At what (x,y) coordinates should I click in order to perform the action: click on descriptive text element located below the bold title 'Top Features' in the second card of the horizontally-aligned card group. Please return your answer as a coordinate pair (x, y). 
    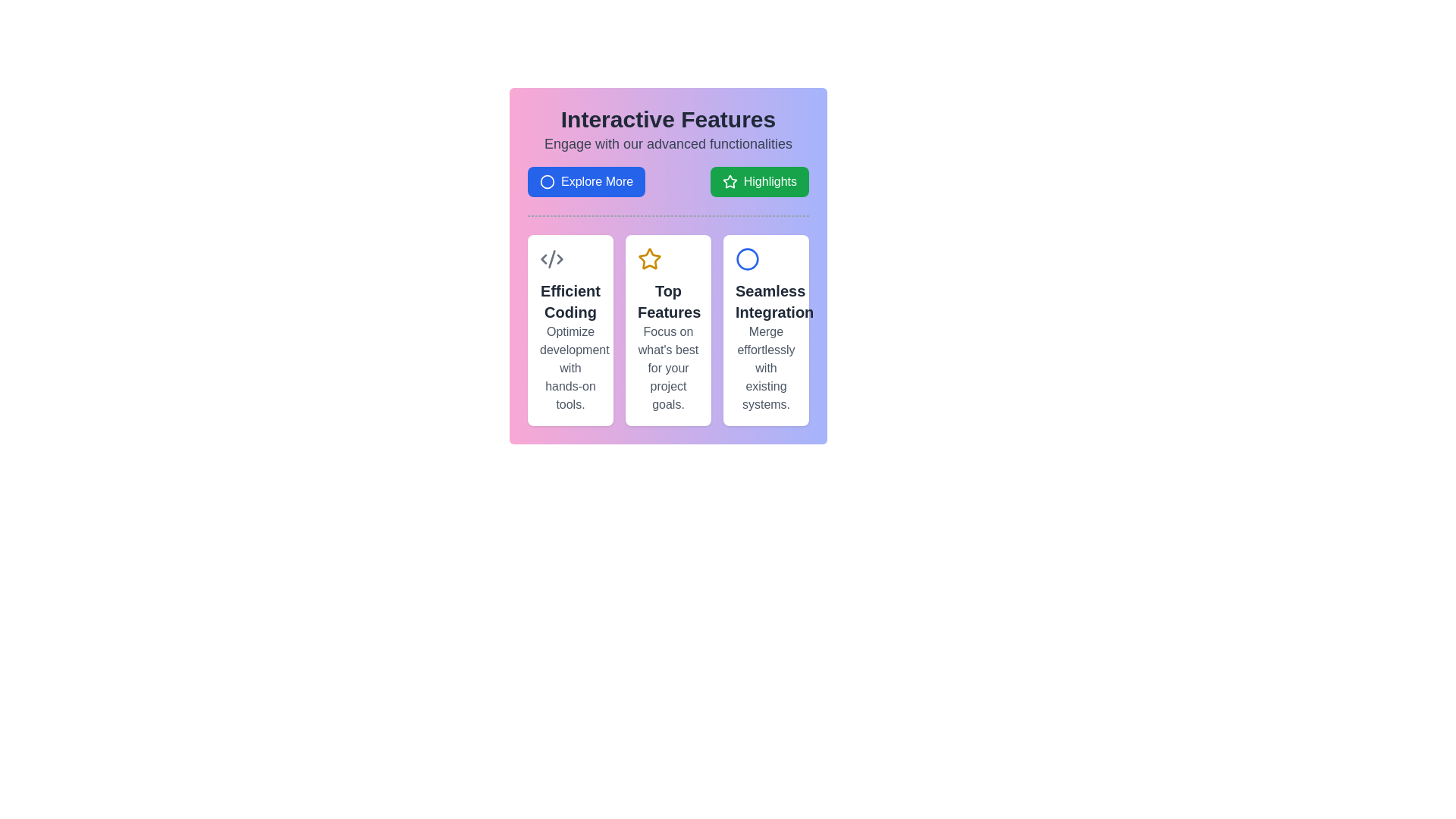
    Looking at the image, I should click on (667, 369).